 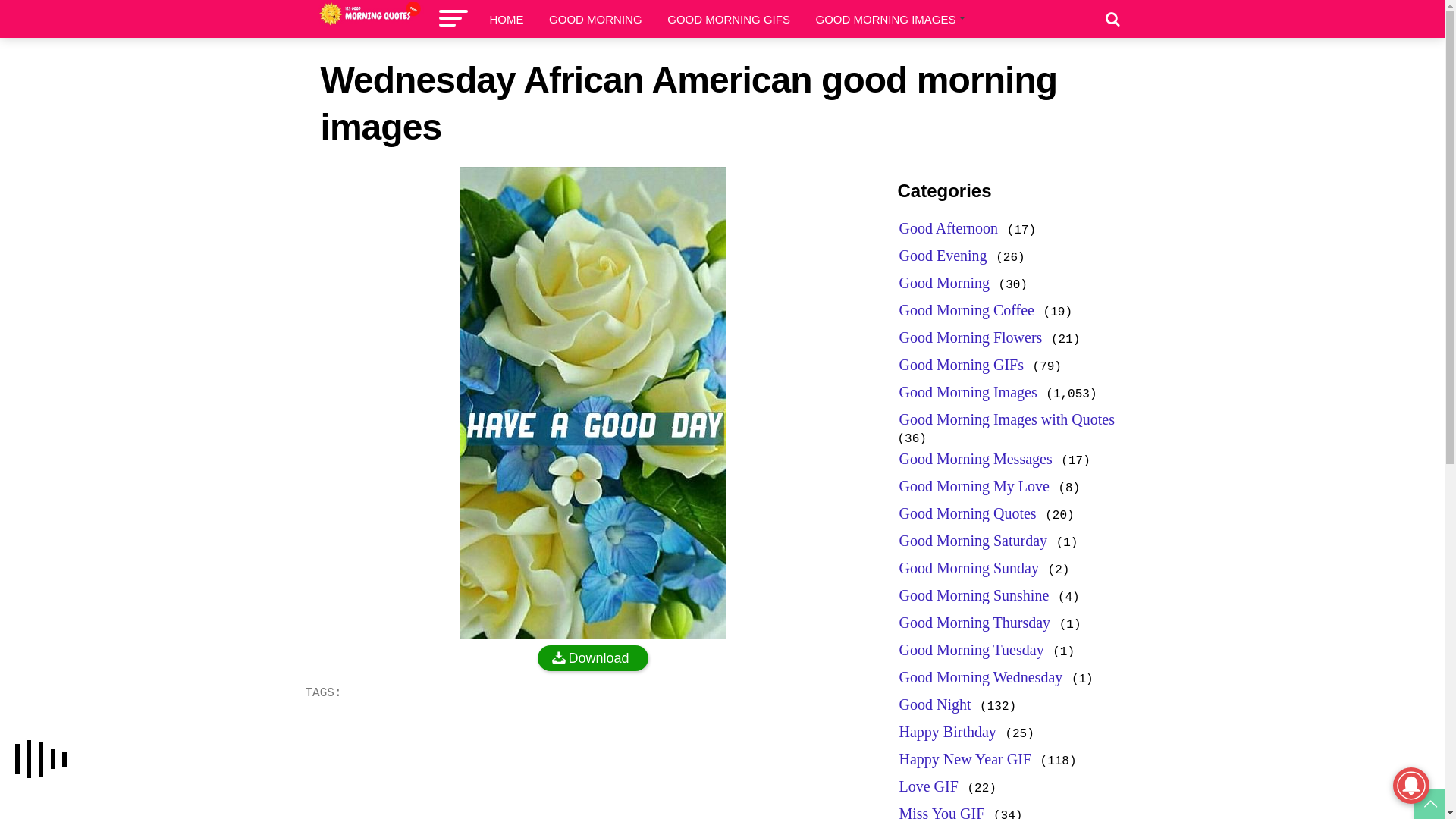 I want to click on 'Good Morning GIFs', so click(x=960, y=365).